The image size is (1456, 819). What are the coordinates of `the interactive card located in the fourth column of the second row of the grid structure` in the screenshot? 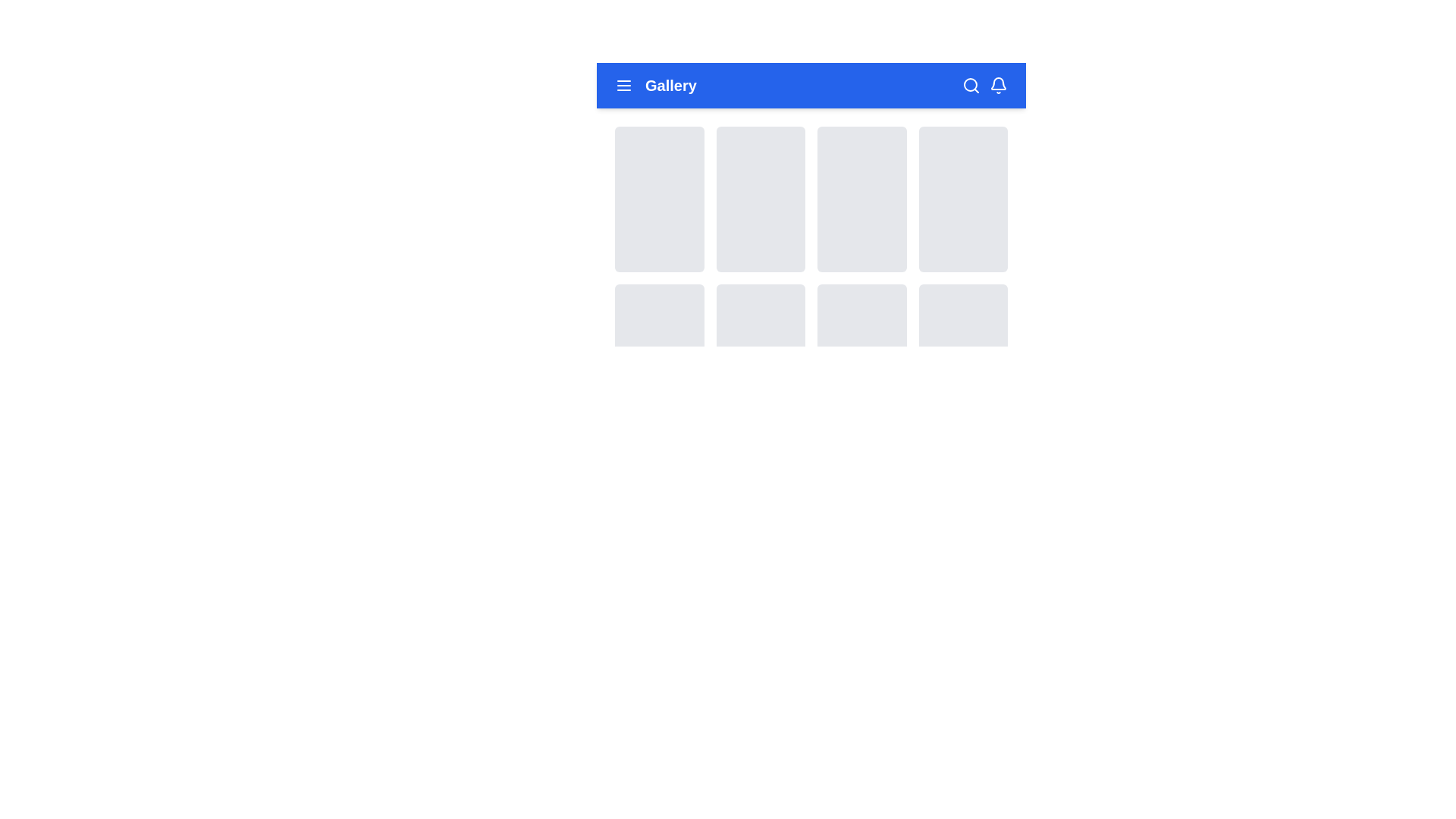 It's located at (962, 356).